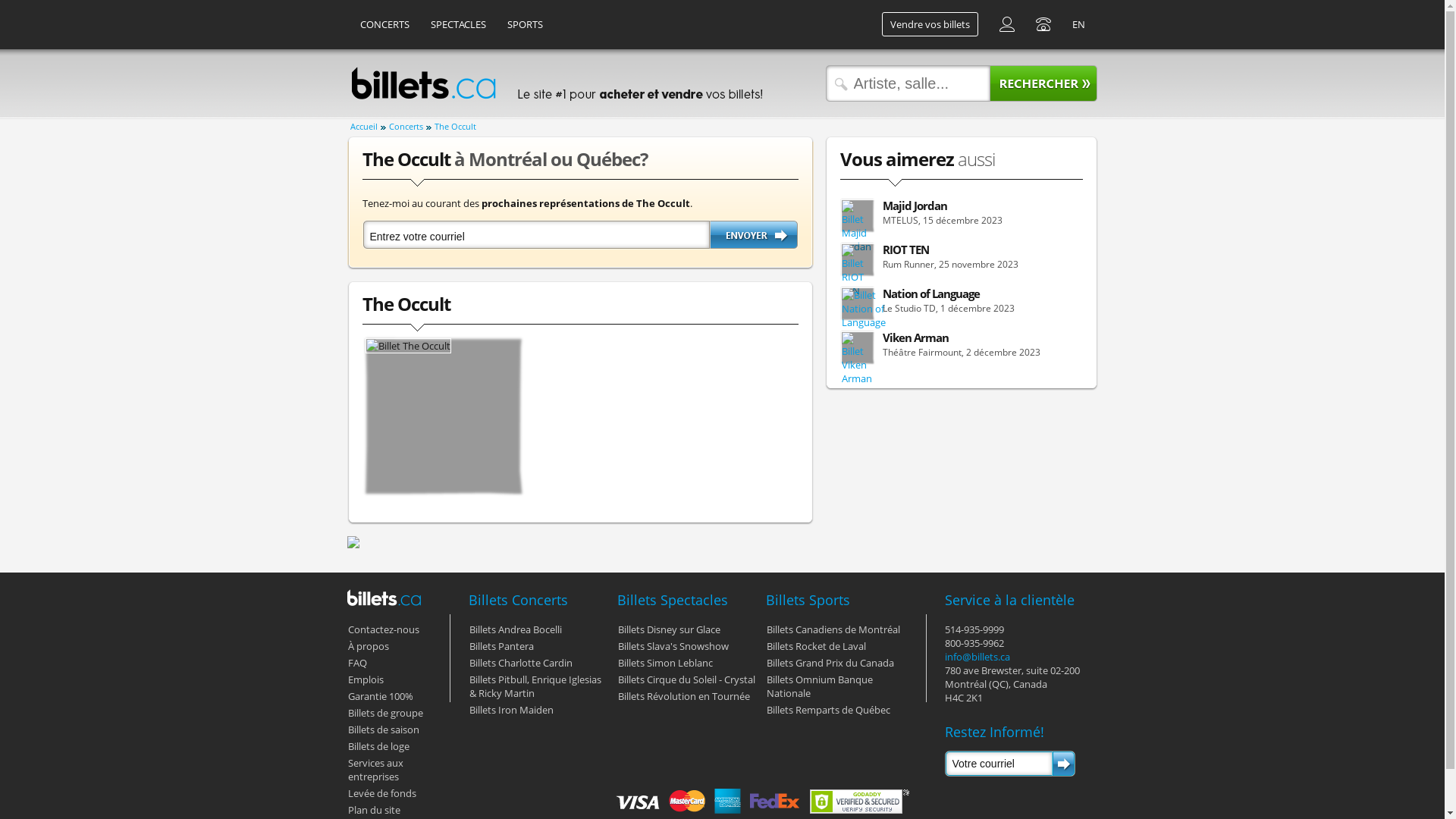 The image size is (1456, 819). What do you see at coordinates (378, 745) in the screenshot?
I see `'Billets de loge'` at bounding box center [378, 745].